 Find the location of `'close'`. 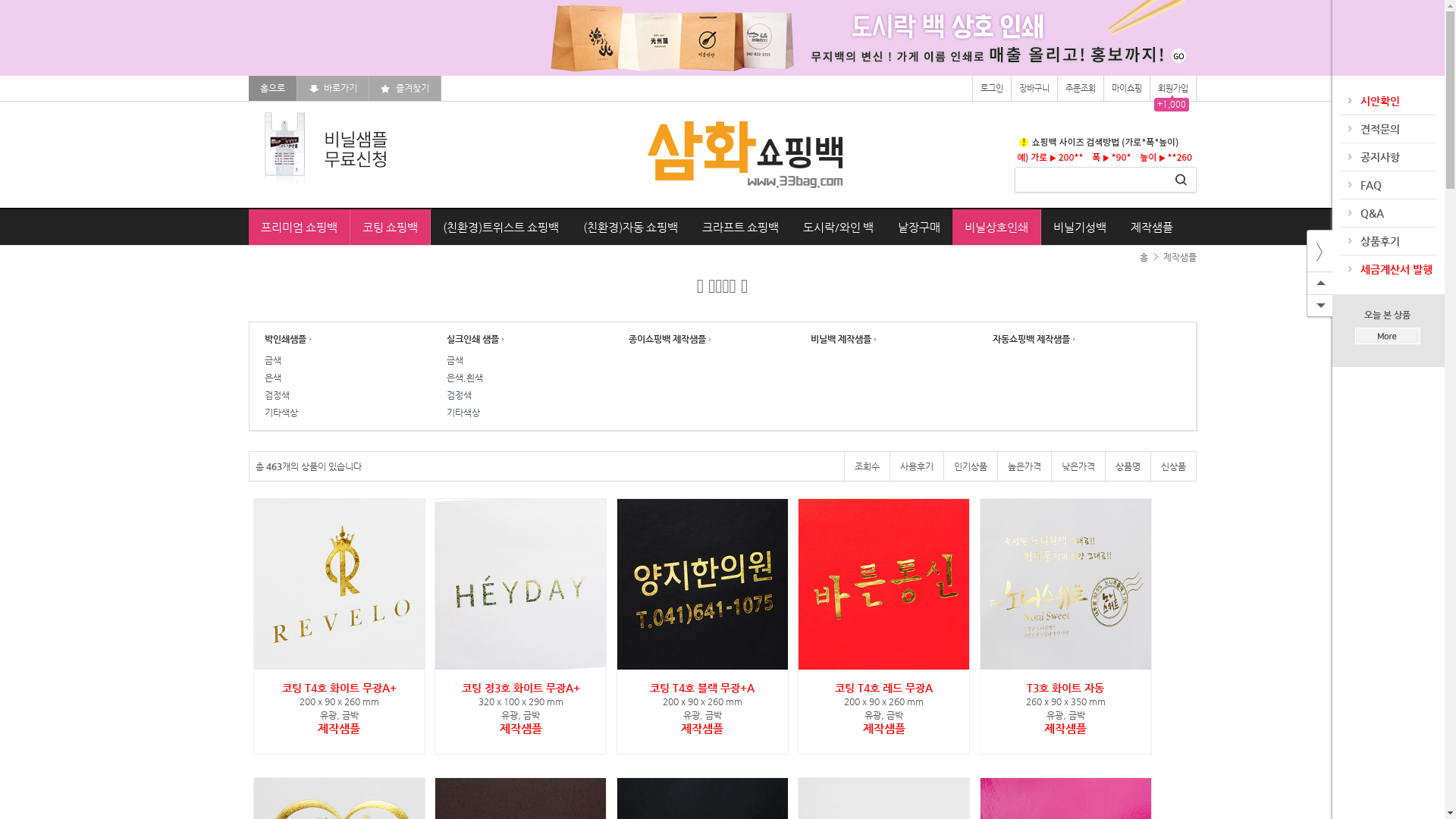

'close' is located at coordinates (1306, 250).